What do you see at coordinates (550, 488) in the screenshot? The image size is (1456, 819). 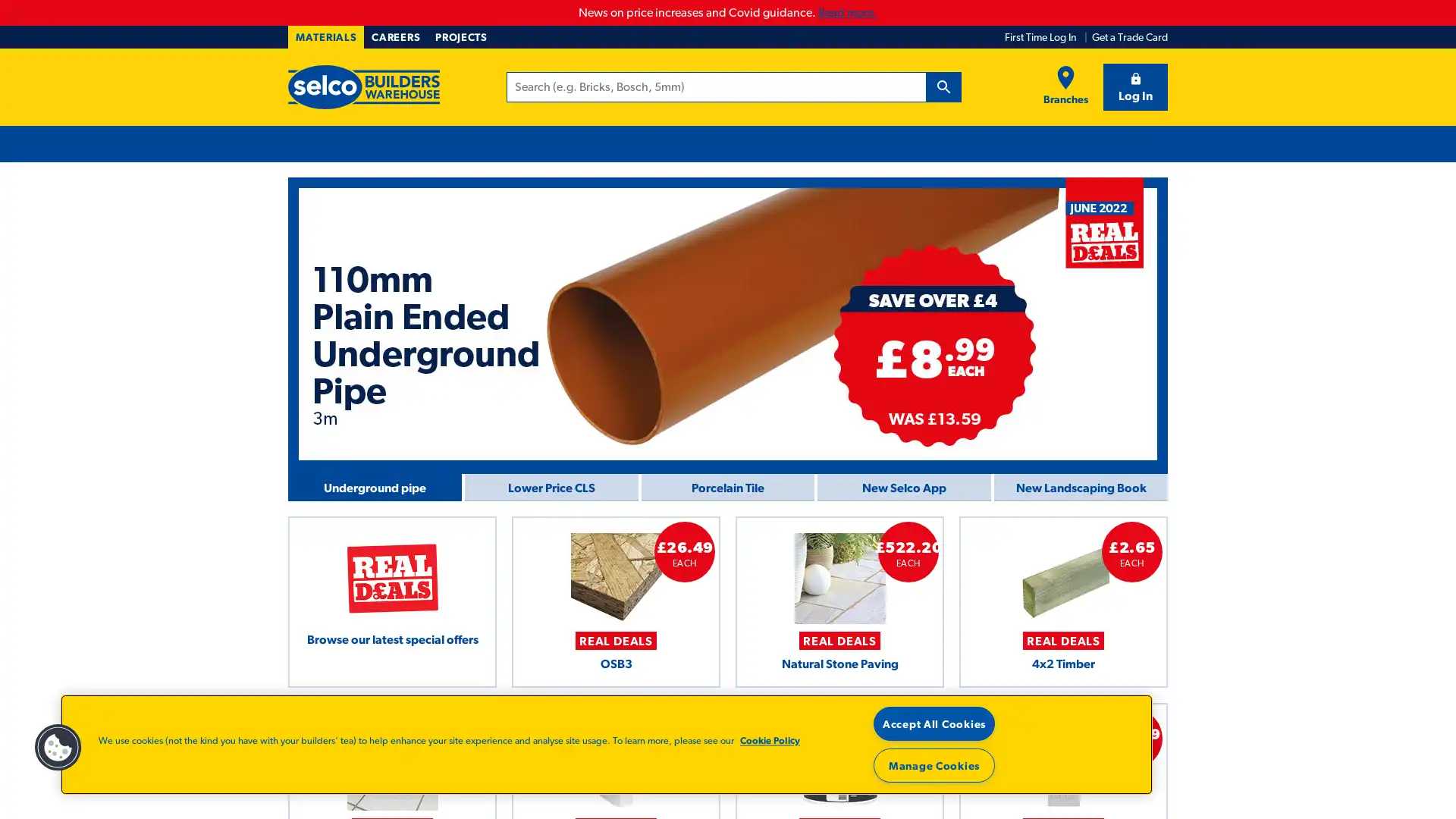 I see `Homepage > Carousel > June wk 4 CLS` at bounding box center [550, 488].